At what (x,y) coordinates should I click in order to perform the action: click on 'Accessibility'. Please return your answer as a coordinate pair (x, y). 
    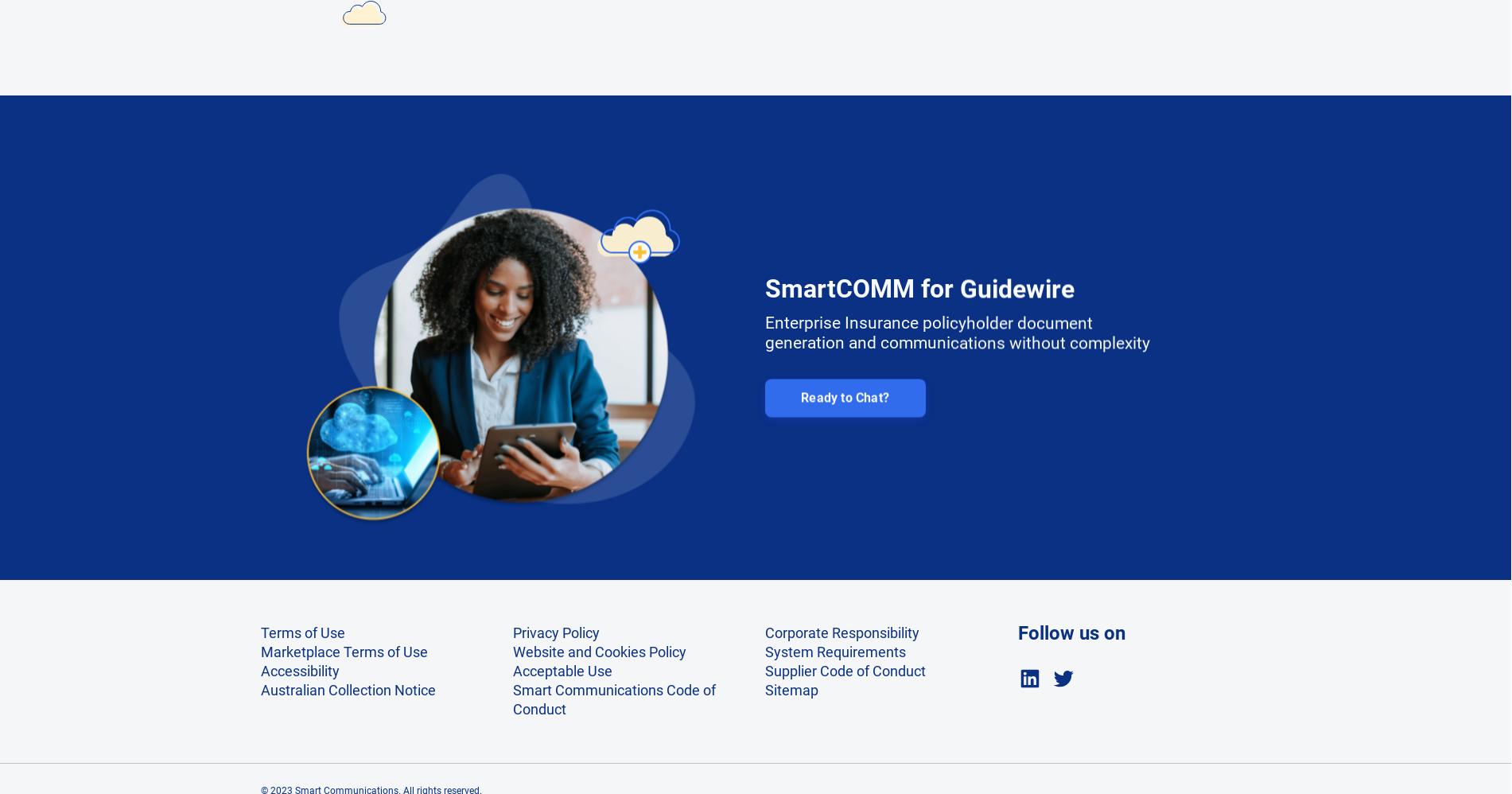
    Looking at the image, I should click on (298, 670).